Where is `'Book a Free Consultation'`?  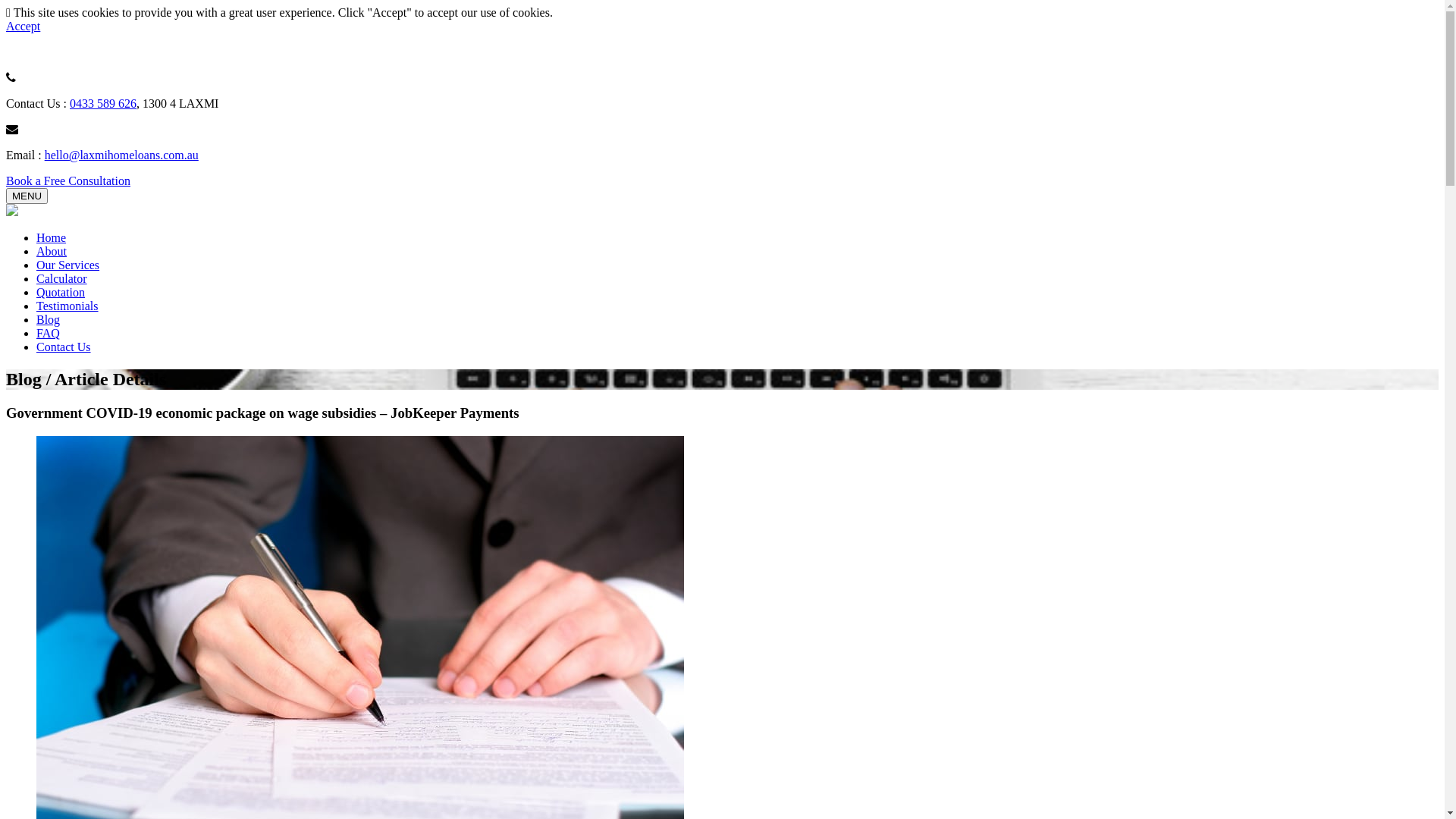 'Book a Free Consultation' is located at coordinates (67, 180).